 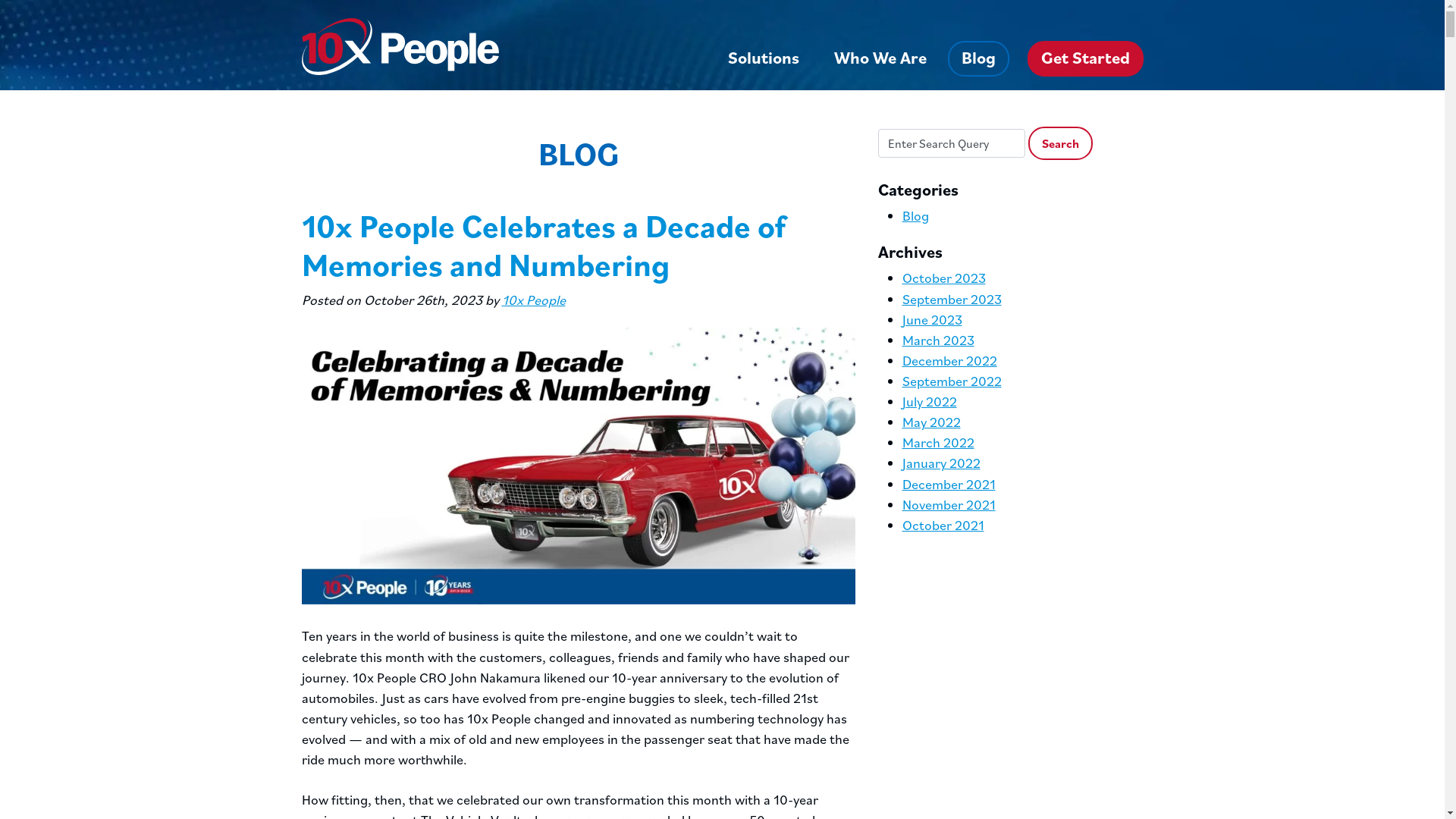 What do you see at coordinates (937, 339) in the screenshot?
I see `'March 2023'` at bounding box center [937, 339].